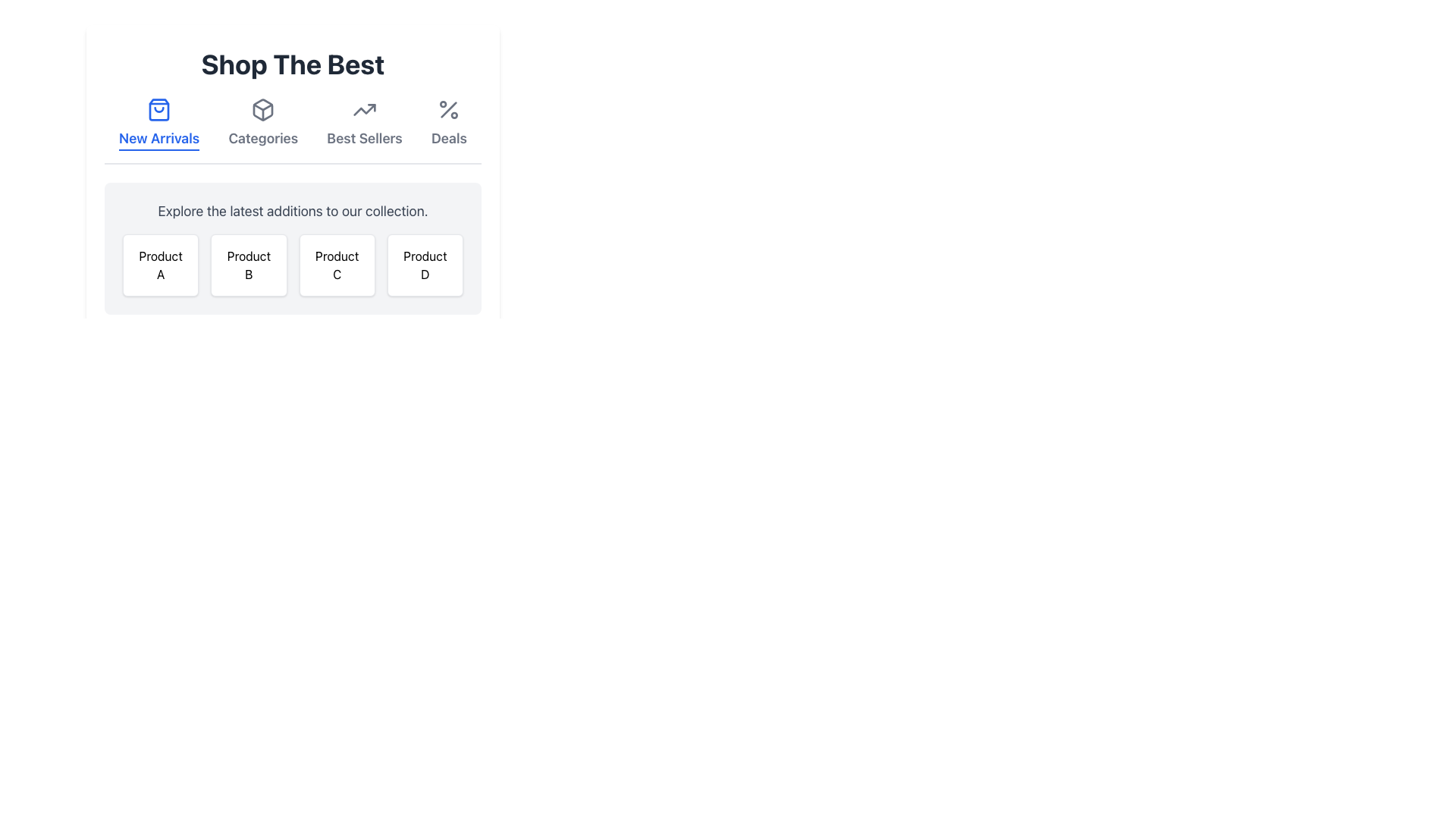  Describe the element at coordinates (448, 109) in the screenshot. I see `the 'Deals' navigation icon located at the top-right corner of the navigation menu` at that location.